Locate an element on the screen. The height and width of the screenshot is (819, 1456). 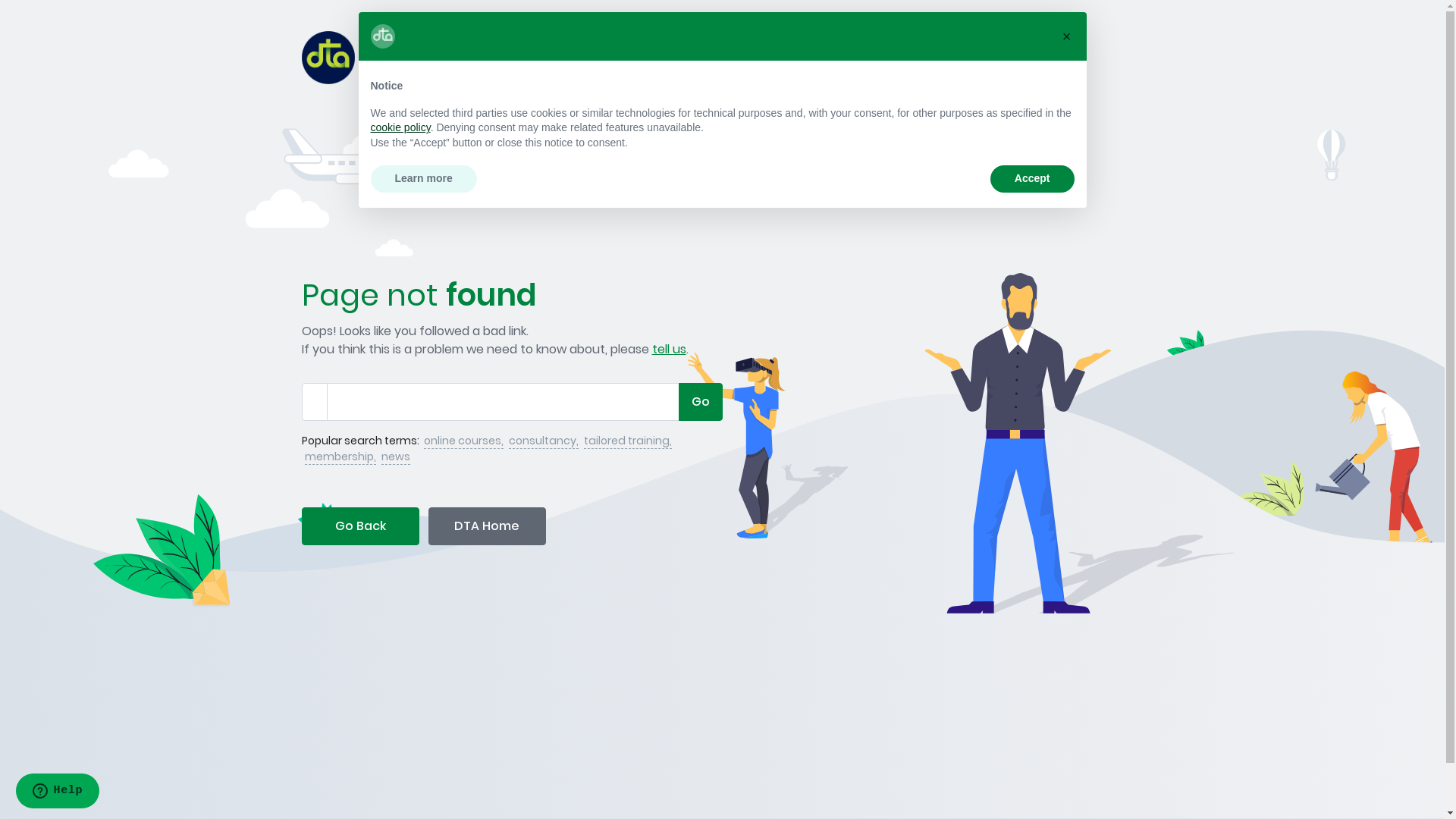
'Go' is located at coordinates (676, 400).